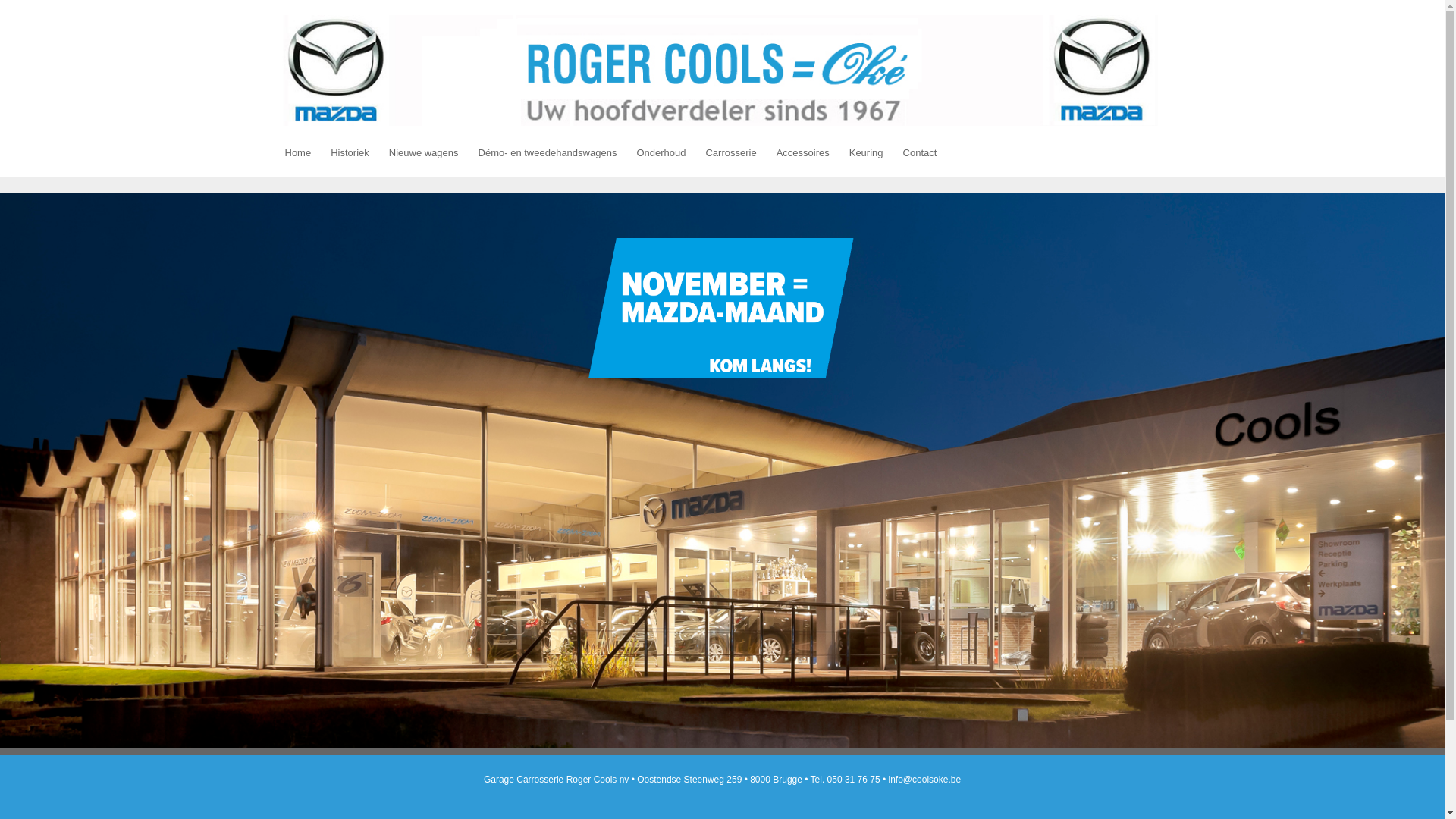  What do you see at coordinates (720, 70) in the screenshot?
I see `'Home'` at bounding box center [720, 70].